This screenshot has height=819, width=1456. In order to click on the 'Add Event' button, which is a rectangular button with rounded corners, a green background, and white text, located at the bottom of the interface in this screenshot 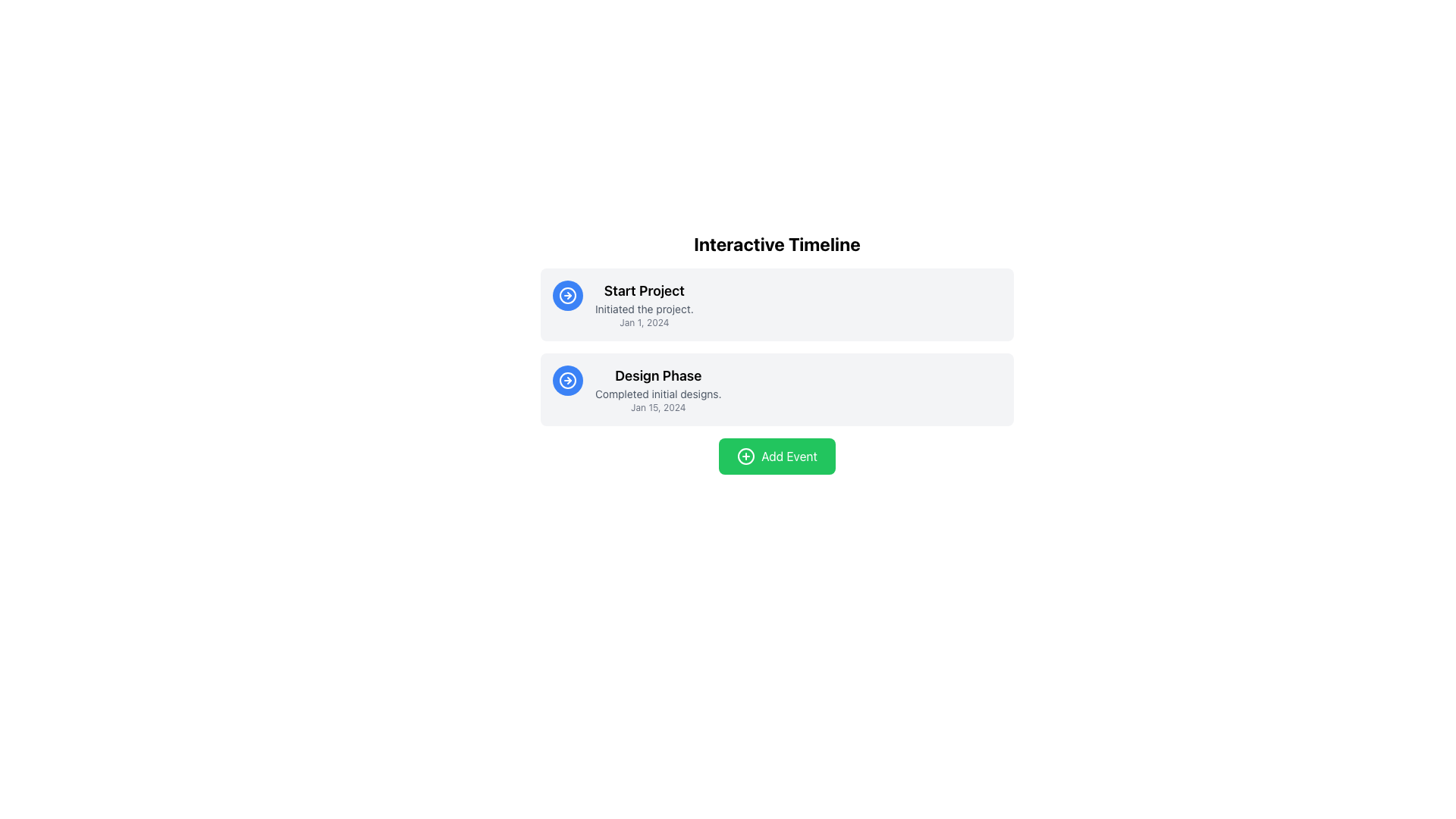, I will do `click(777, 455)`.